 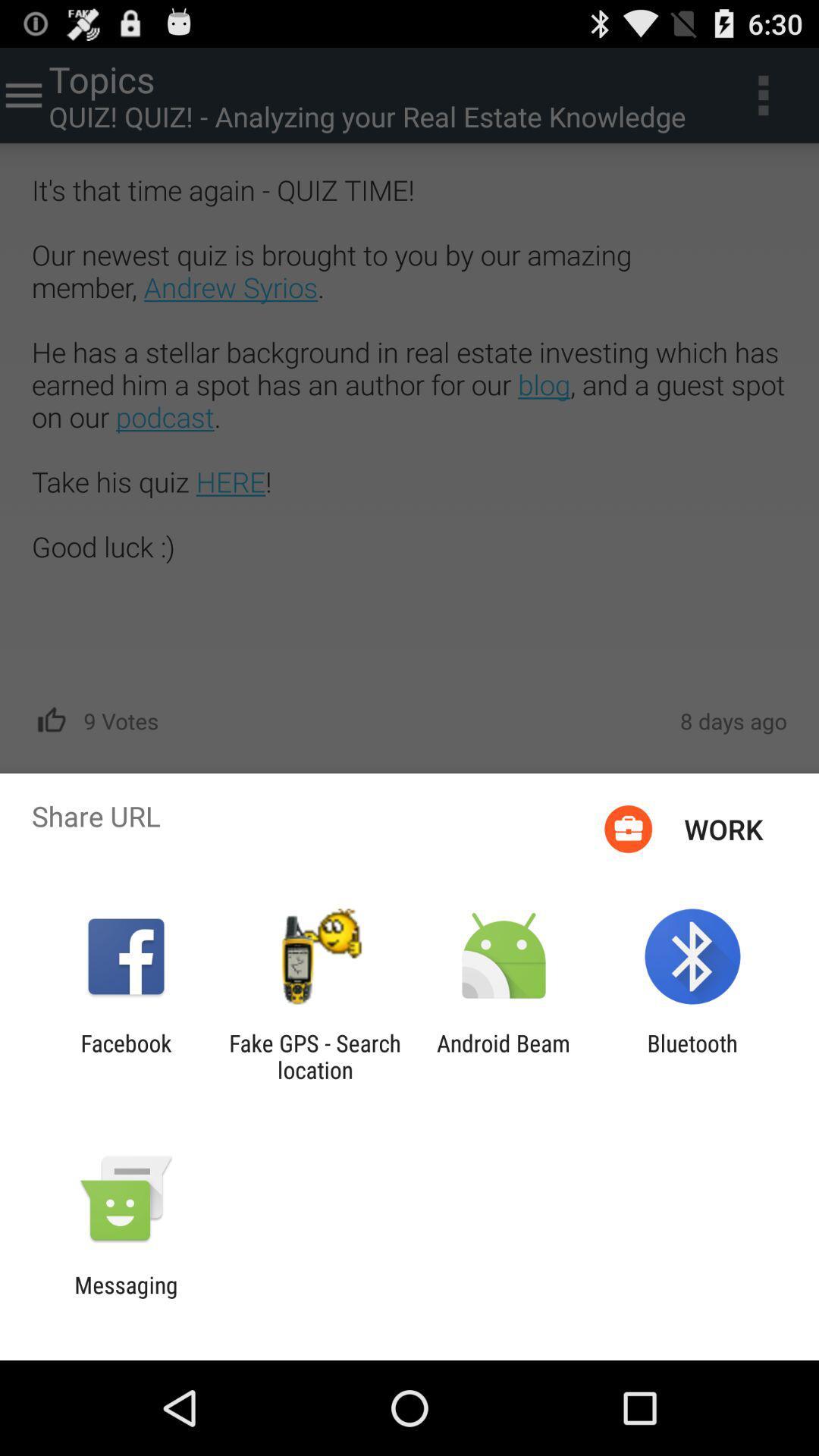 I want to click on facebook, so click(x=125, y=1056).